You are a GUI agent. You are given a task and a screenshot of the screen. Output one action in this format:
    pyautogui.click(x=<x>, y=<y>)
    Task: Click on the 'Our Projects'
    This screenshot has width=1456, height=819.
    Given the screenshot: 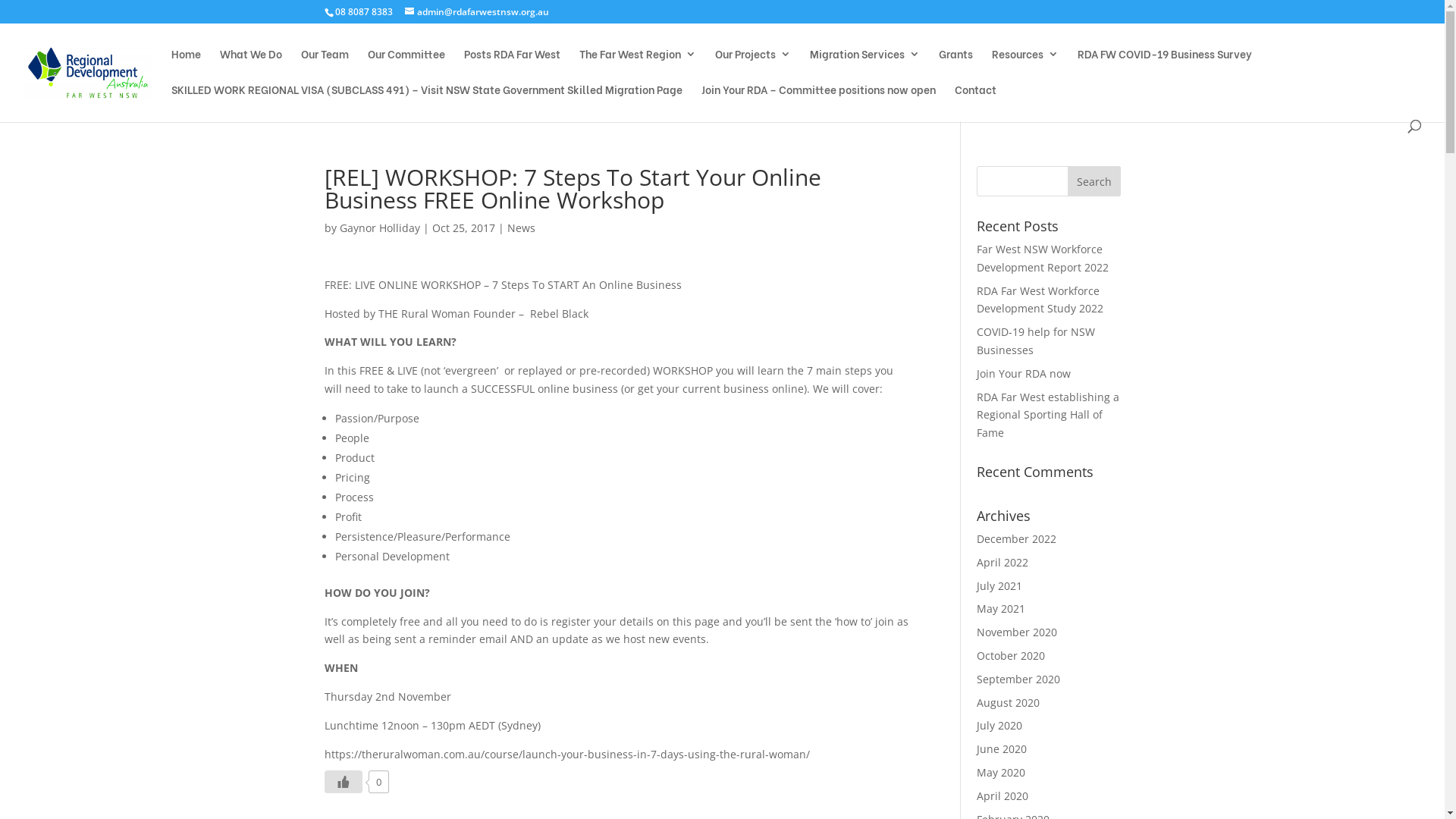 What is the action you would take?
    pyautogui.click(x=753, y=65)
    